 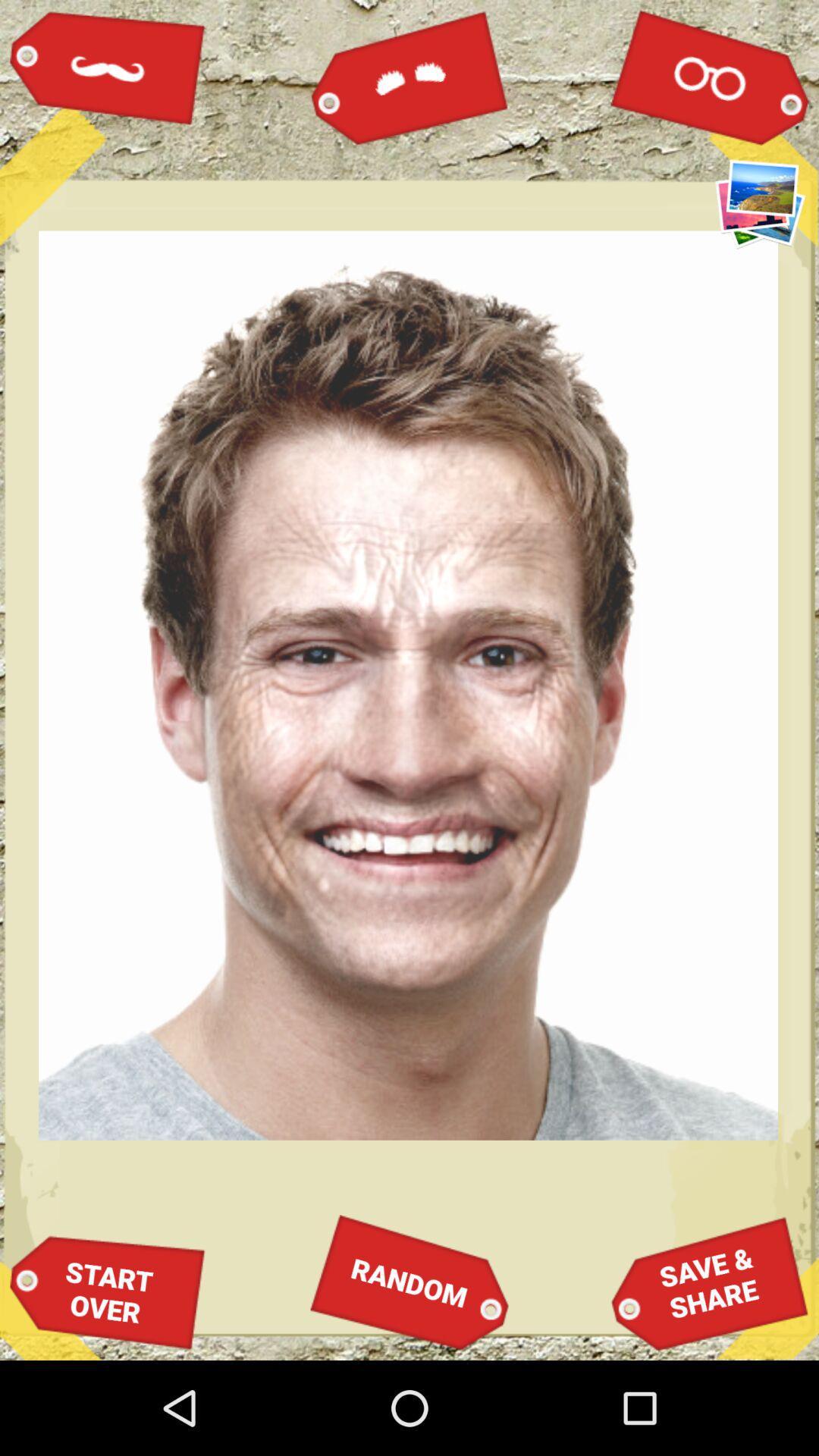 I want to click on random item, so click(x=409, y=1282).